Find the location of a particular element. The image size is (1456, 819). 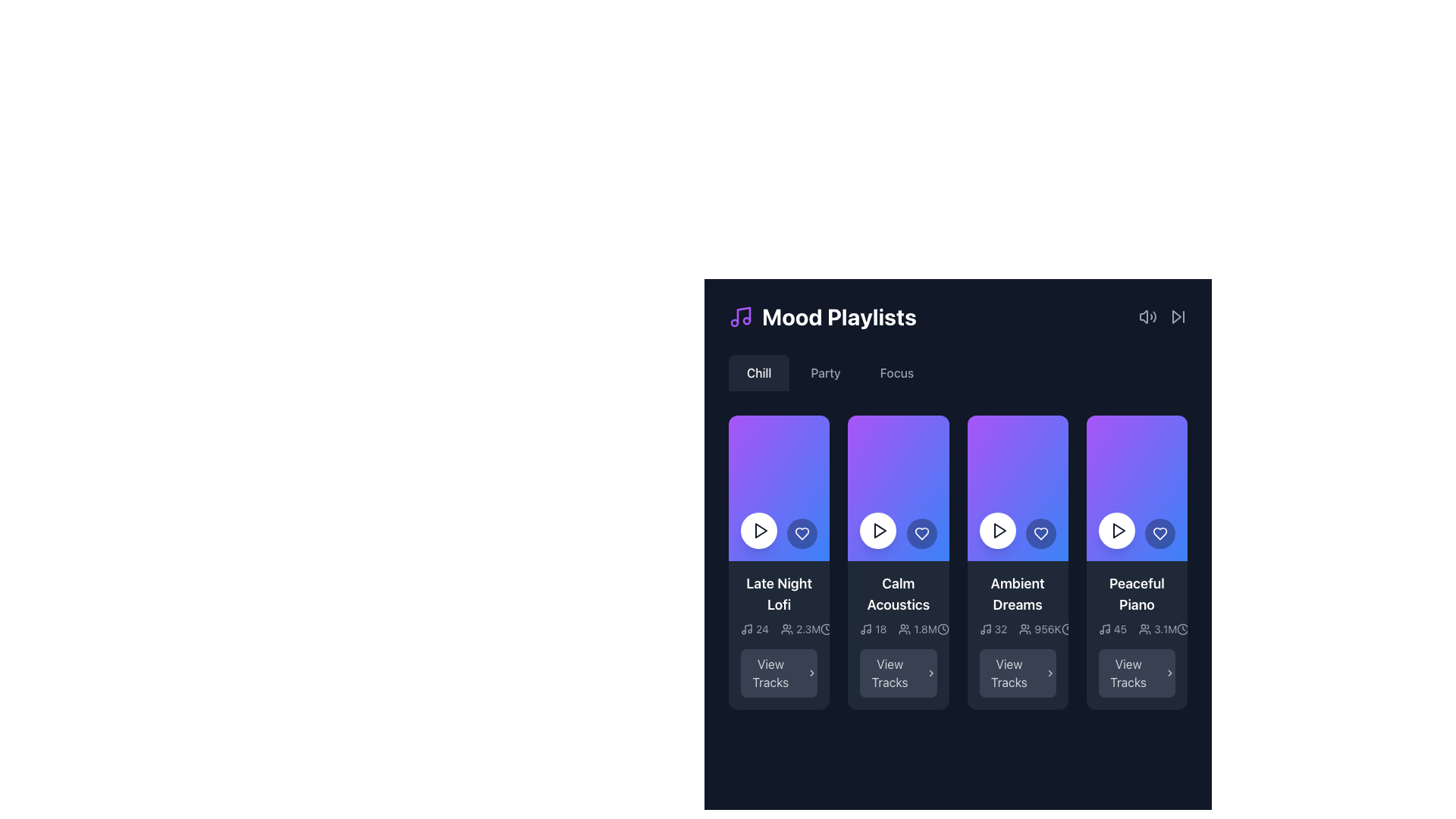

the Icon component of the musical note SVG graphic, which resembles a note stem and flag, located in the top-left corner near the 'Mood Playlists' title is located at coordinates (748, 629).